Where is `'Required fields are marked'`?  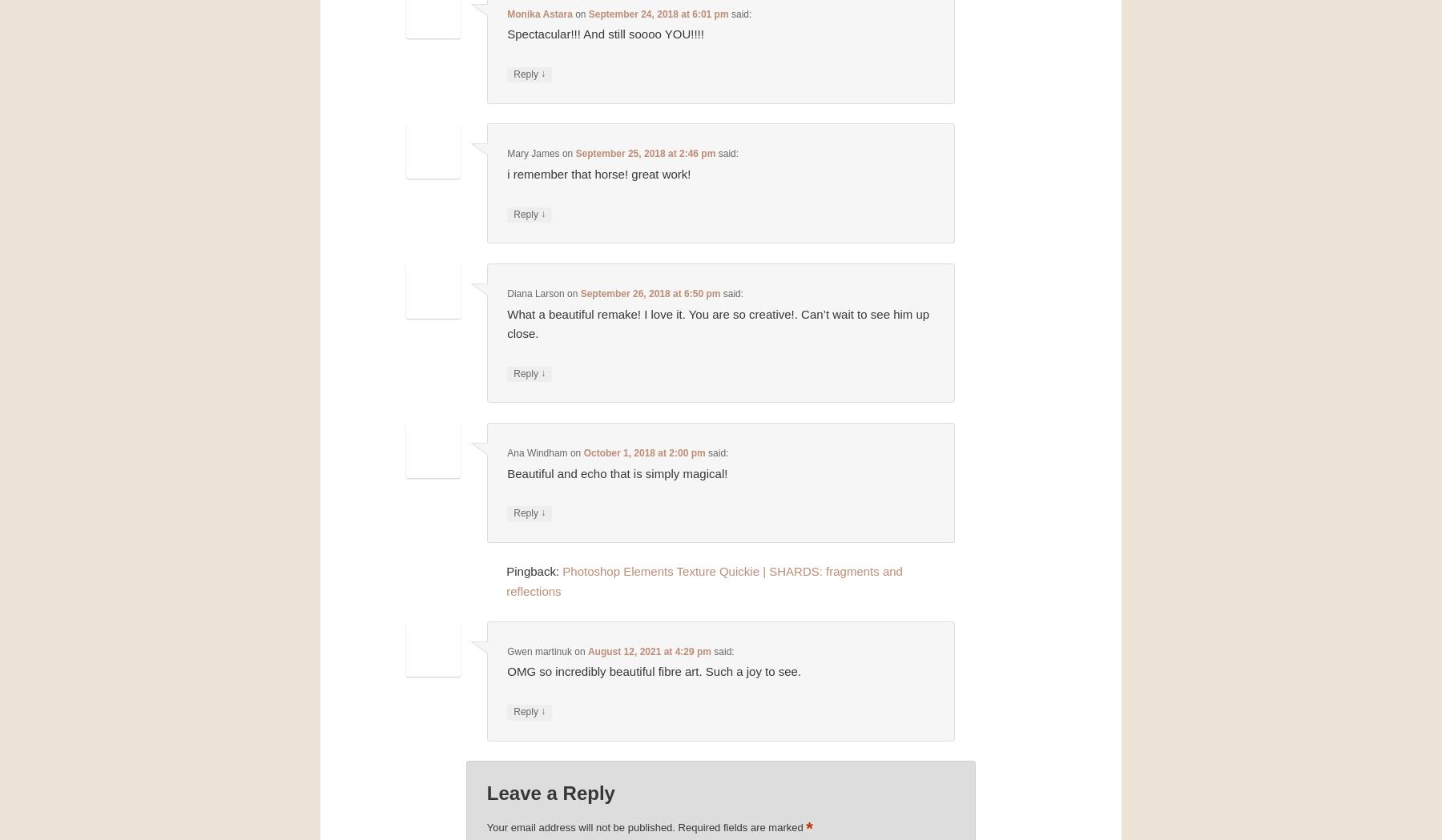 'Required fields are marked' is located at coordinates (740, 826).